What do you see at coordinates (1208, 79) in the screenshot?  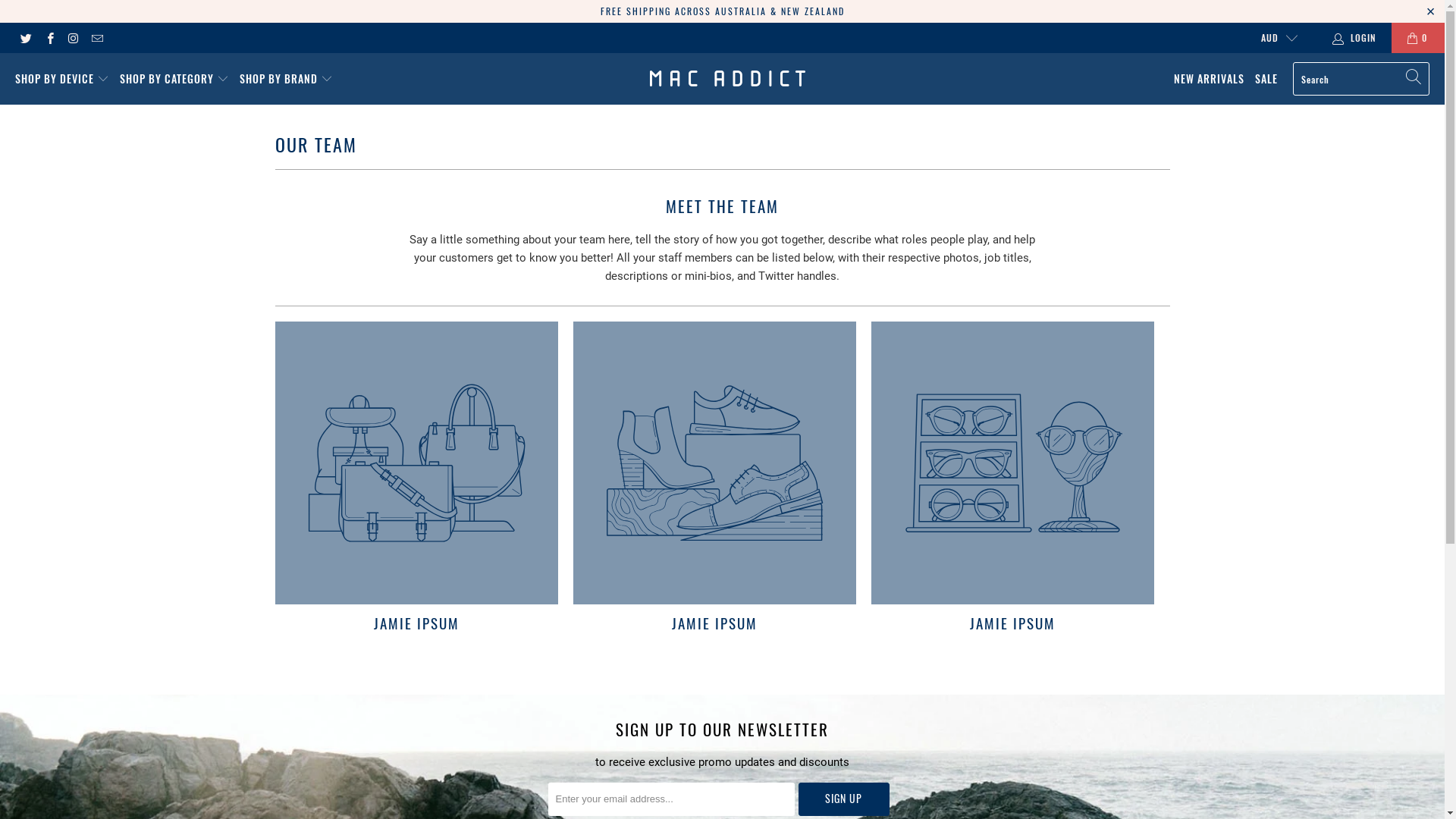 I see `'NEW ARRIVALS'` at bounding box center [1208, 79].